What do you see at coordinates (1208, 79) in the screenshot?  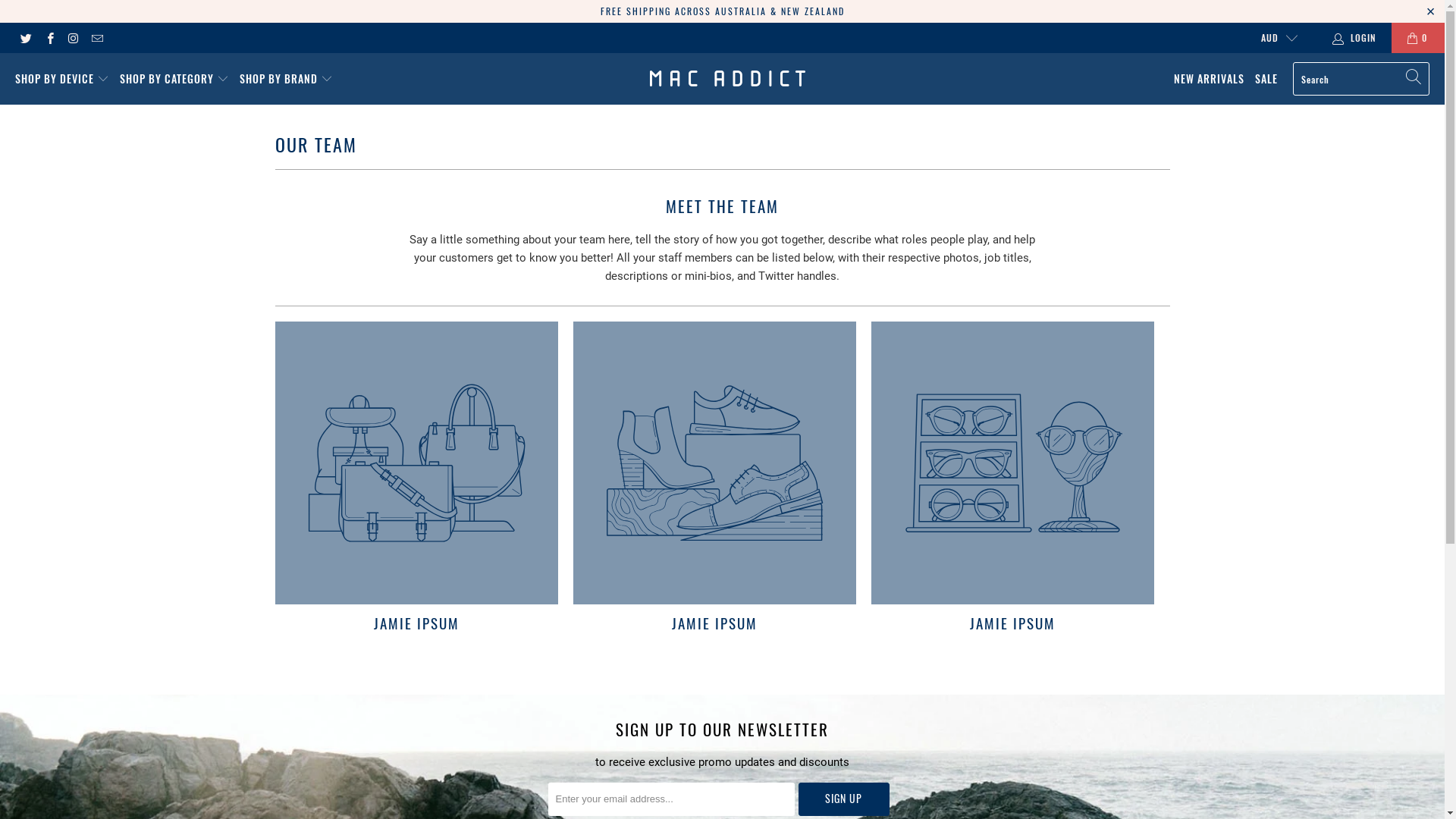 I see `'NEW ARRIVALS'` at bounding box center [1208, 79].